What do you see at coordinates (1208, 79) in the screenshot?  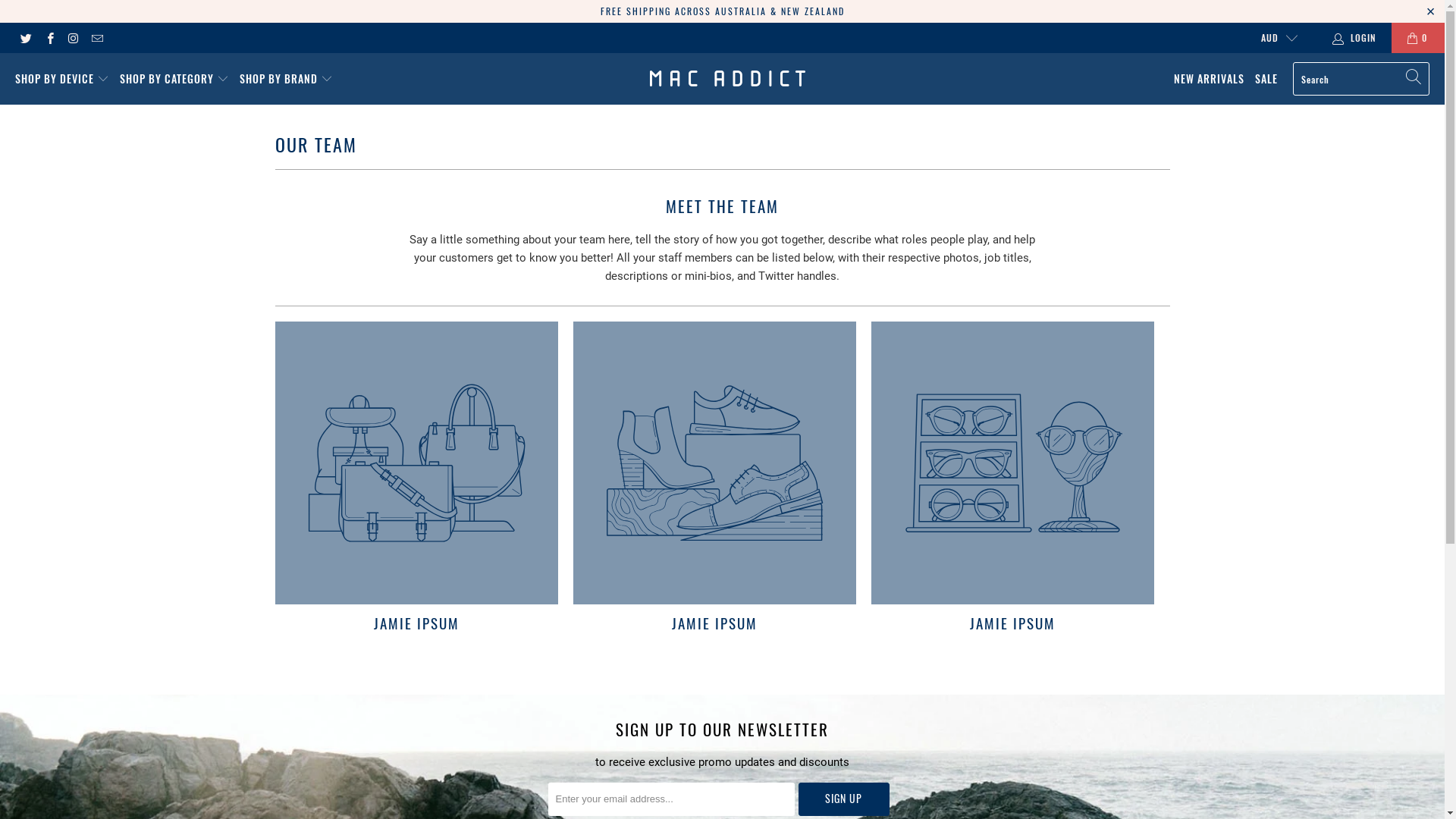 I see `'NEW ARRIVALS'` at bounding box center [1208, 79].